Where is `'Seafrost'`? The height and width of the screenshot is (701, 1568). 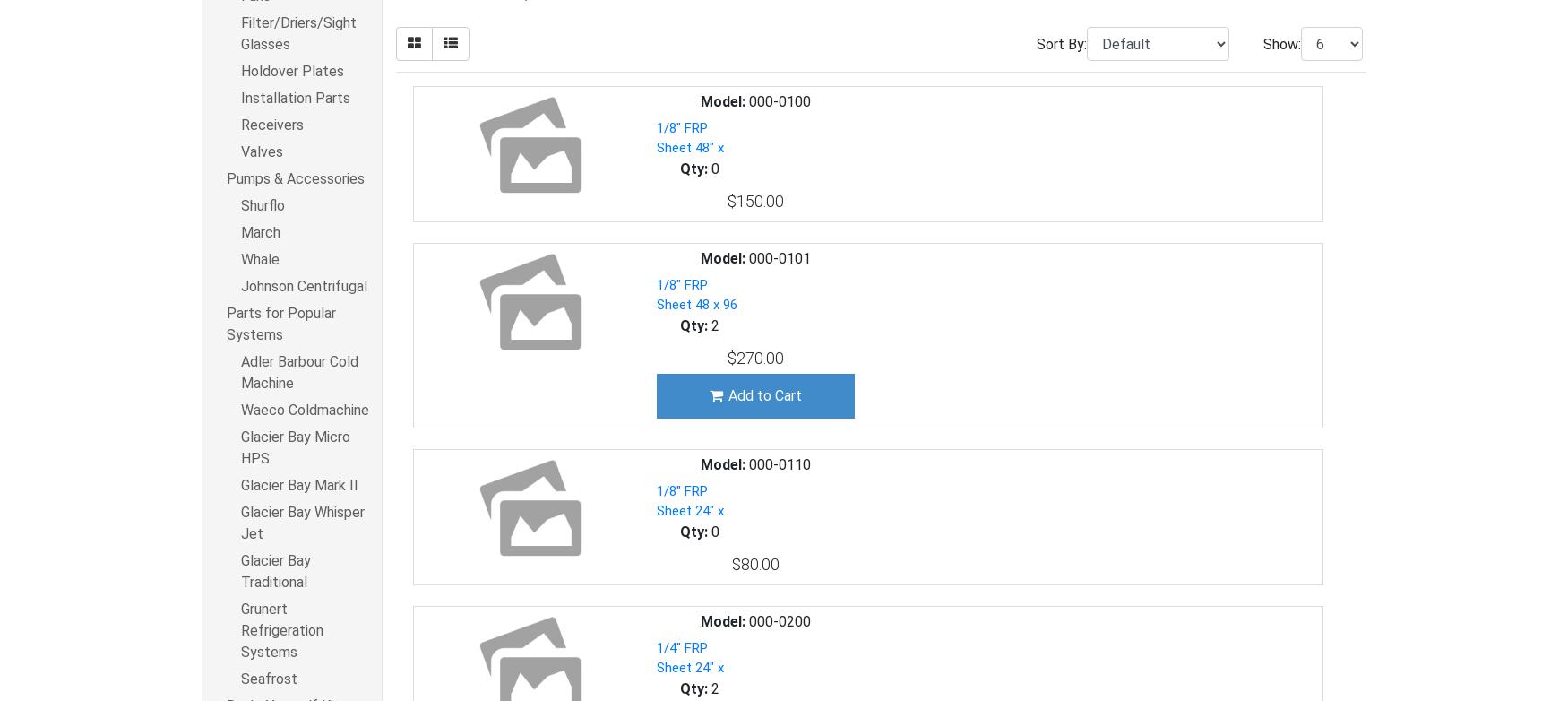
'Seafrost' is located at coordinates (268, 678).